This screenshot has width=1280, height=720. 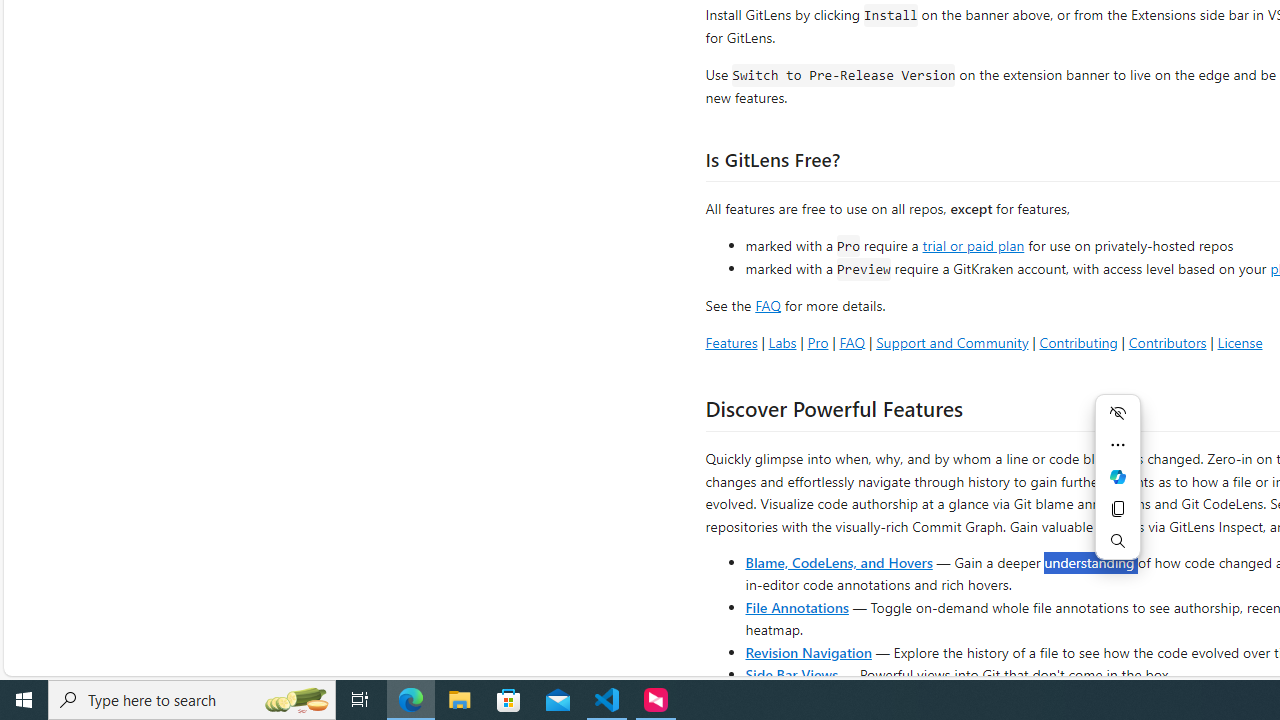 What do you see at coordinates (795, 605) in the screenshot?
I see `'File Annotations'` at bounding box center [795, 605].